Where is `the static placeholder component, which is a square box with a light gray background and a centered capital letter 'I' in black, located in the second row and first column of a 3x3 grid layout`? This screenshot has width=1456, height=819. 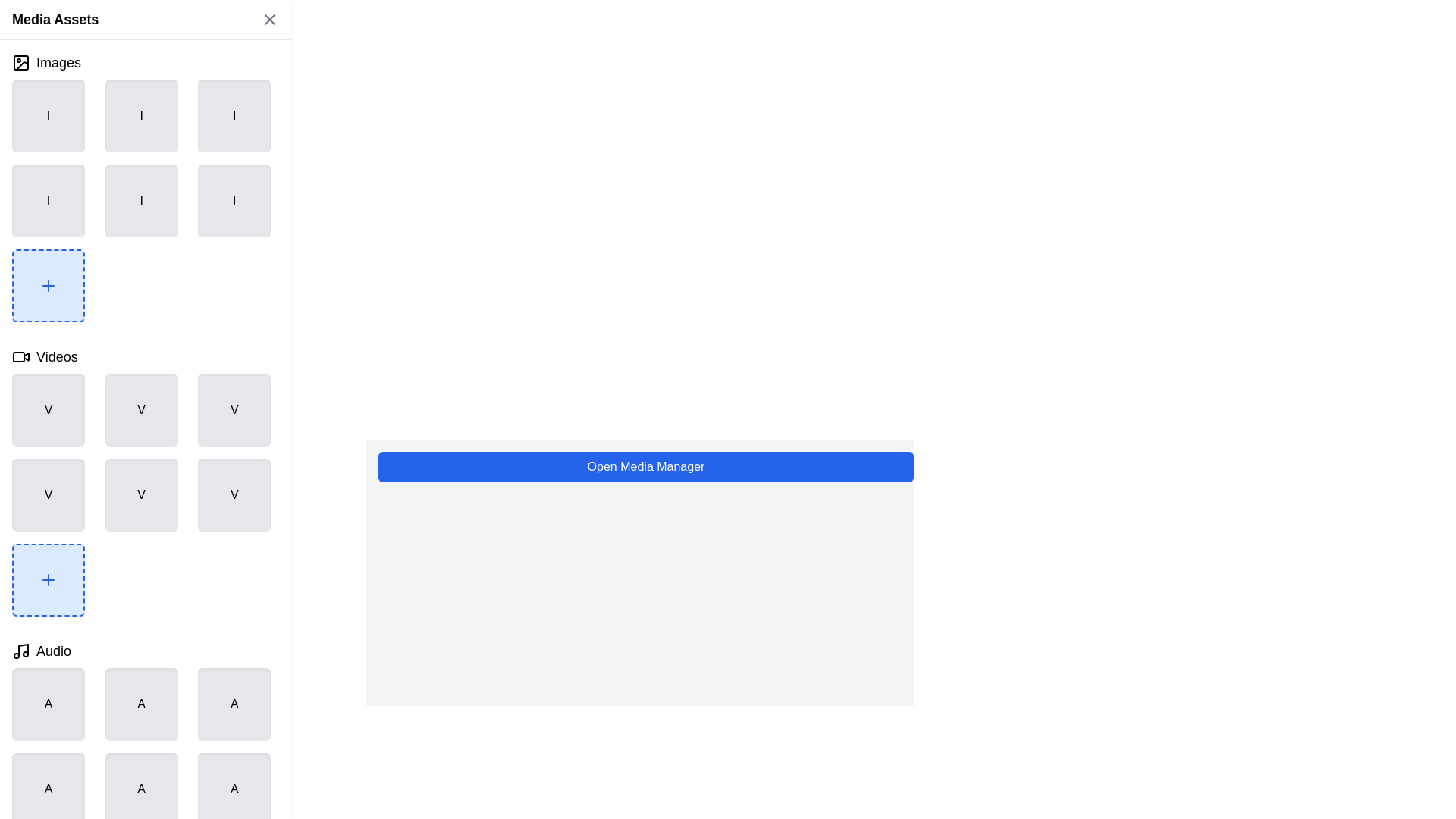
the static placeholder component, which is a square box with a light gray background and a centered capital letter 'I' in black, located in the second row and first column of a 3x3 grid layout is located at coordinates (48, 200).